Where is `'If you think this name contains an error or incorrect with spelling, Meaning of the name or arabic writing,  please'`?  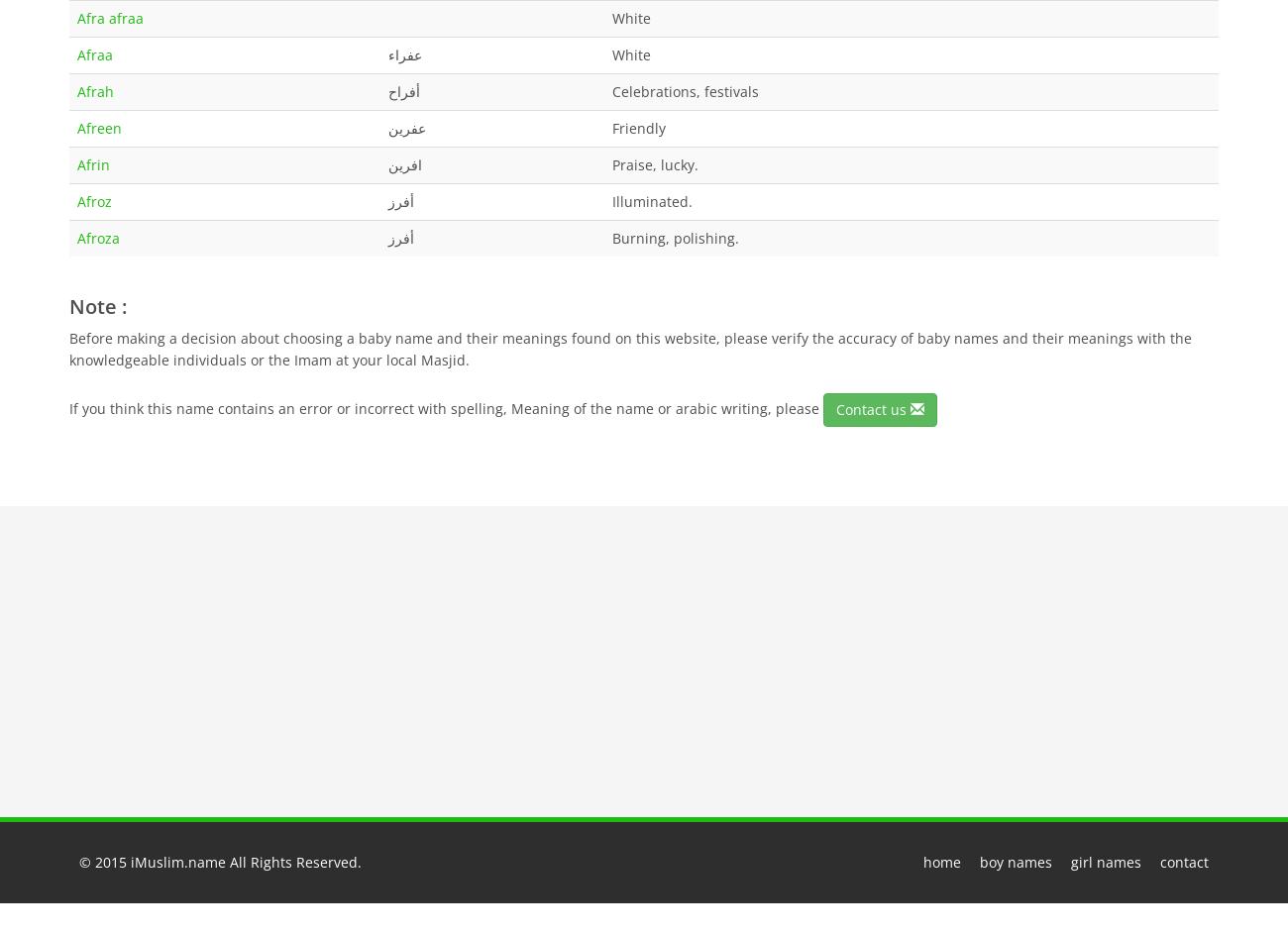
'If you think this name contains an error or incorrect with spelling, Meaning of the name or arabic writing,  please' is located at coordinates (445, 406).